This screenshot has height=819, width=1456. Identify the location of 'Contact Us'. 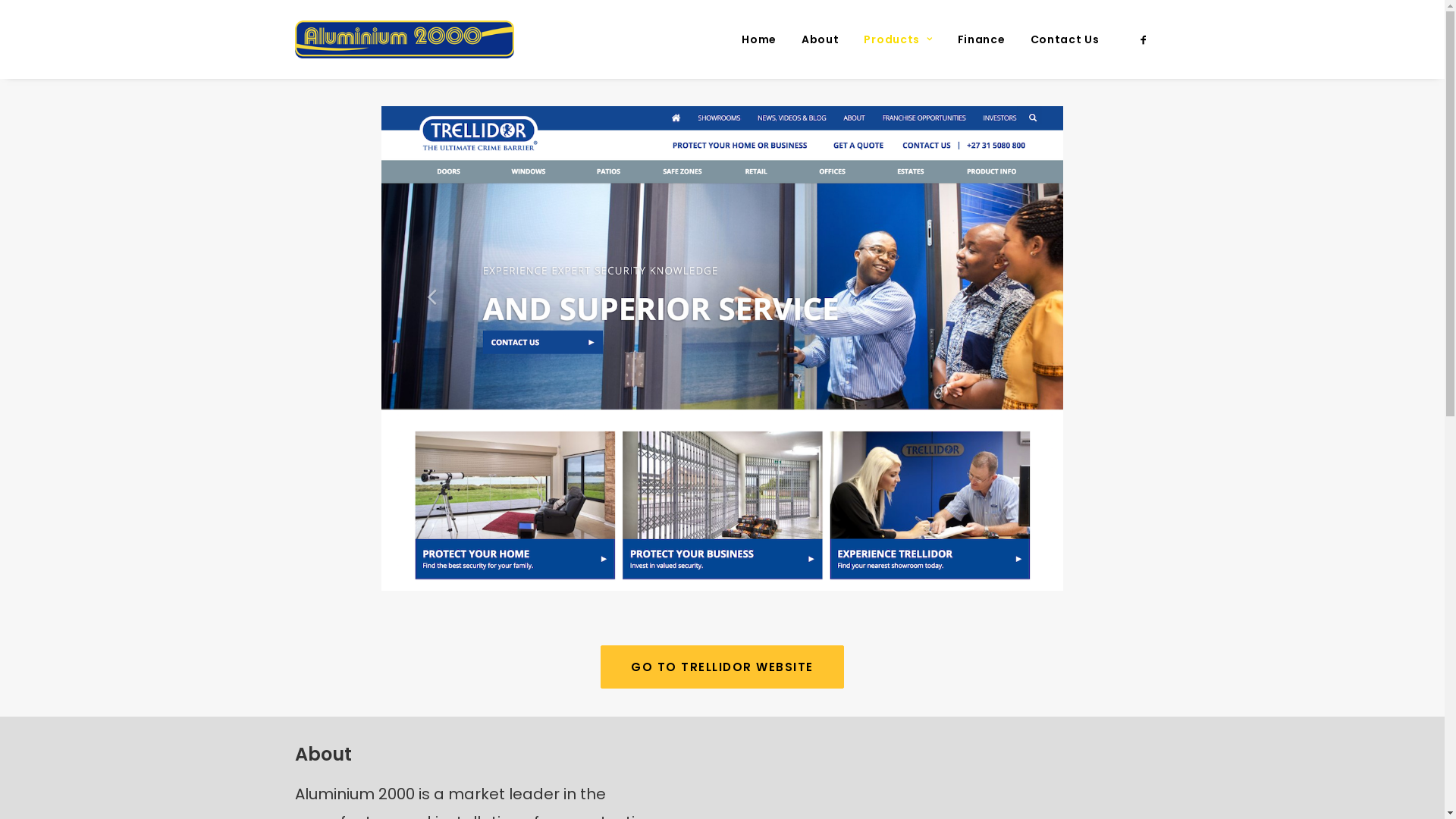
(1058, 38).